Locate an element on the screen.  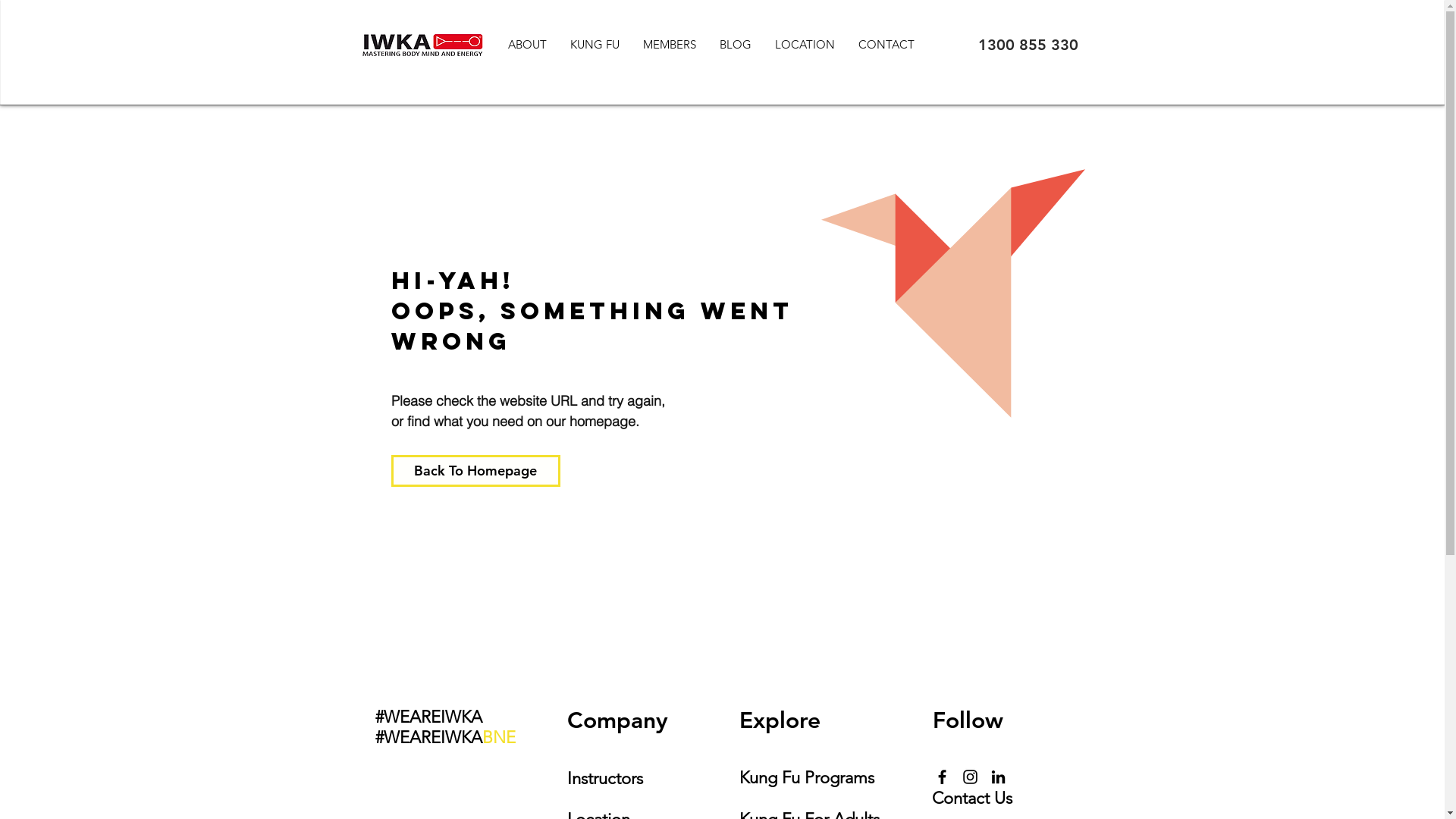
'Instructors' is located at coordinates (604, 778).